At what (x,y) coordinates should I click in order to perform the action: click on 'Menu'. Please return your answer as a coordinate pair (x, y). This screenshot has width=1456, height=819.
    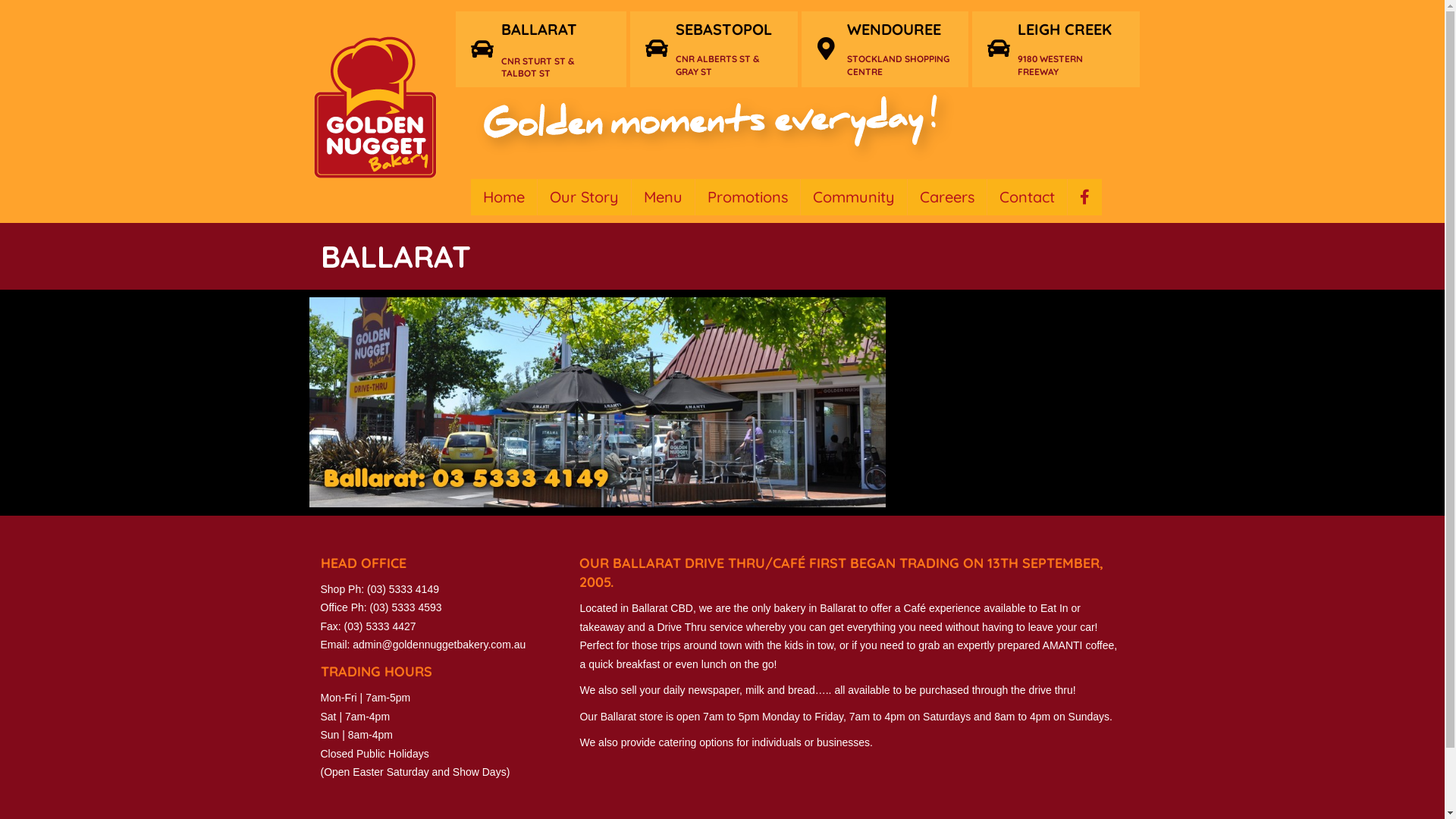
    Looking at the image, I should click on (662, 196).